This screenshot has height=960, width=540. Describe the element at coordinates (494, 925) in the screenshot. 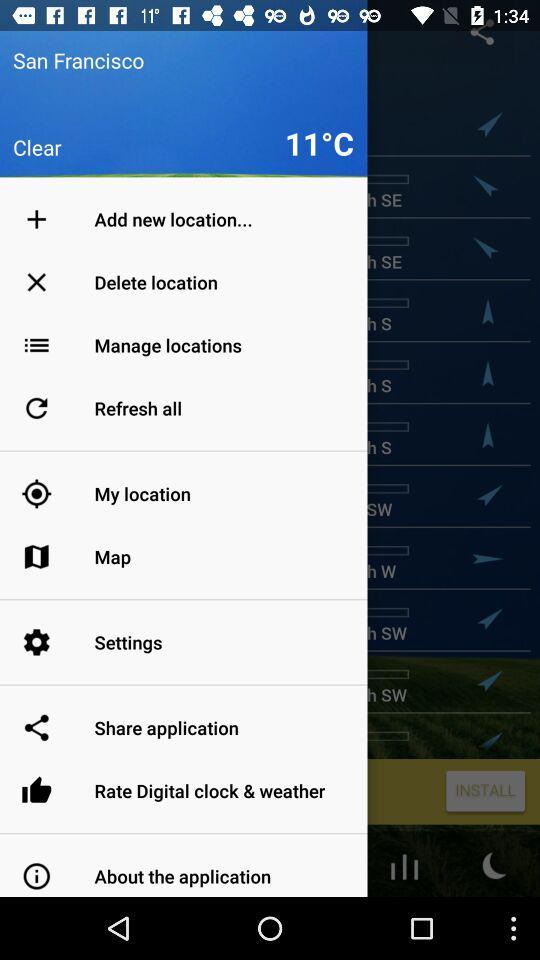

I see `the weather icon` at that location.